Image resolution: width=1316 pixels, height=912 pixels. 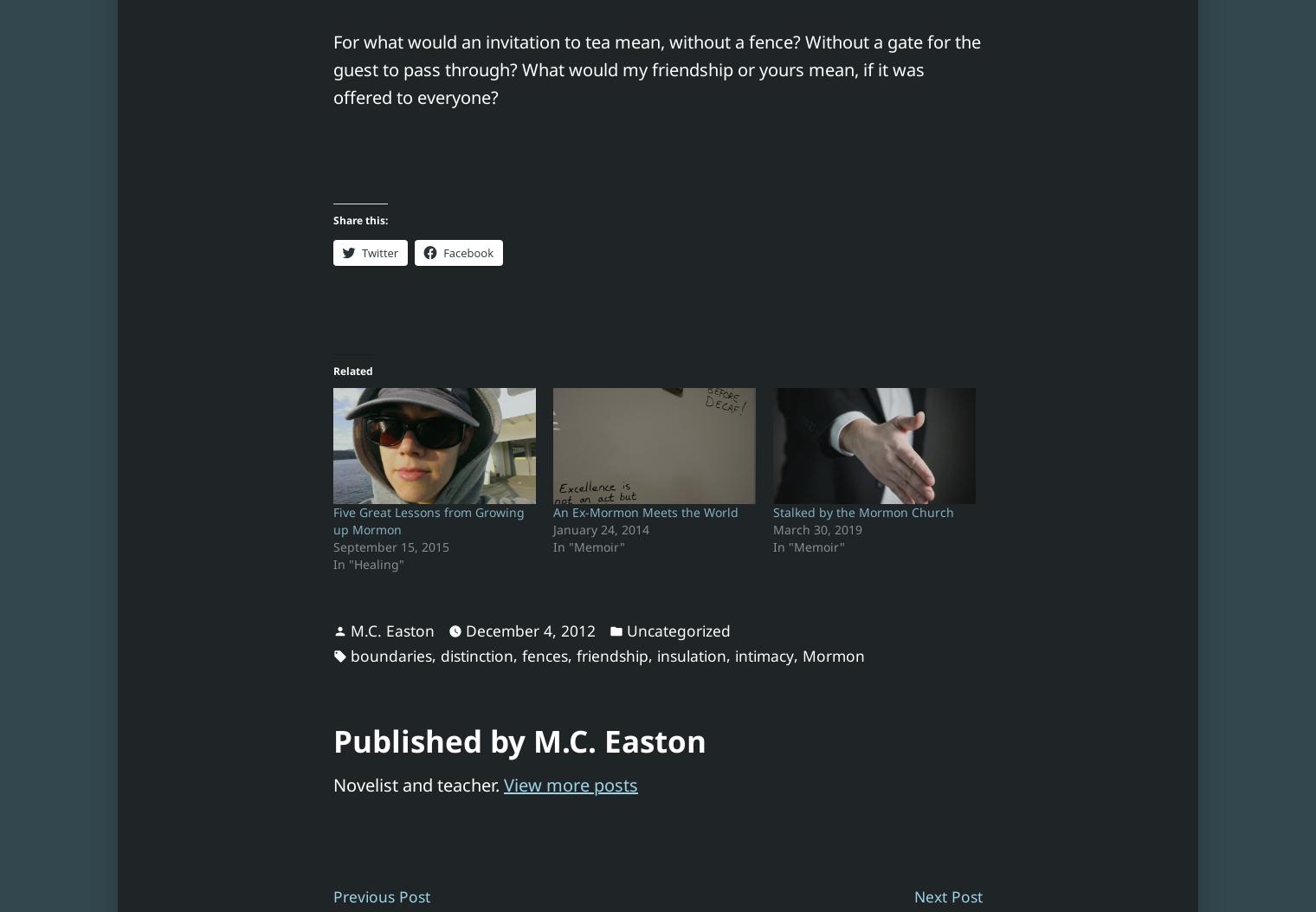 What do you see at coordinates (519, 740) in the screenshot?
I see `'Published by M.C. Easton'` at bounding box center [519, 740].